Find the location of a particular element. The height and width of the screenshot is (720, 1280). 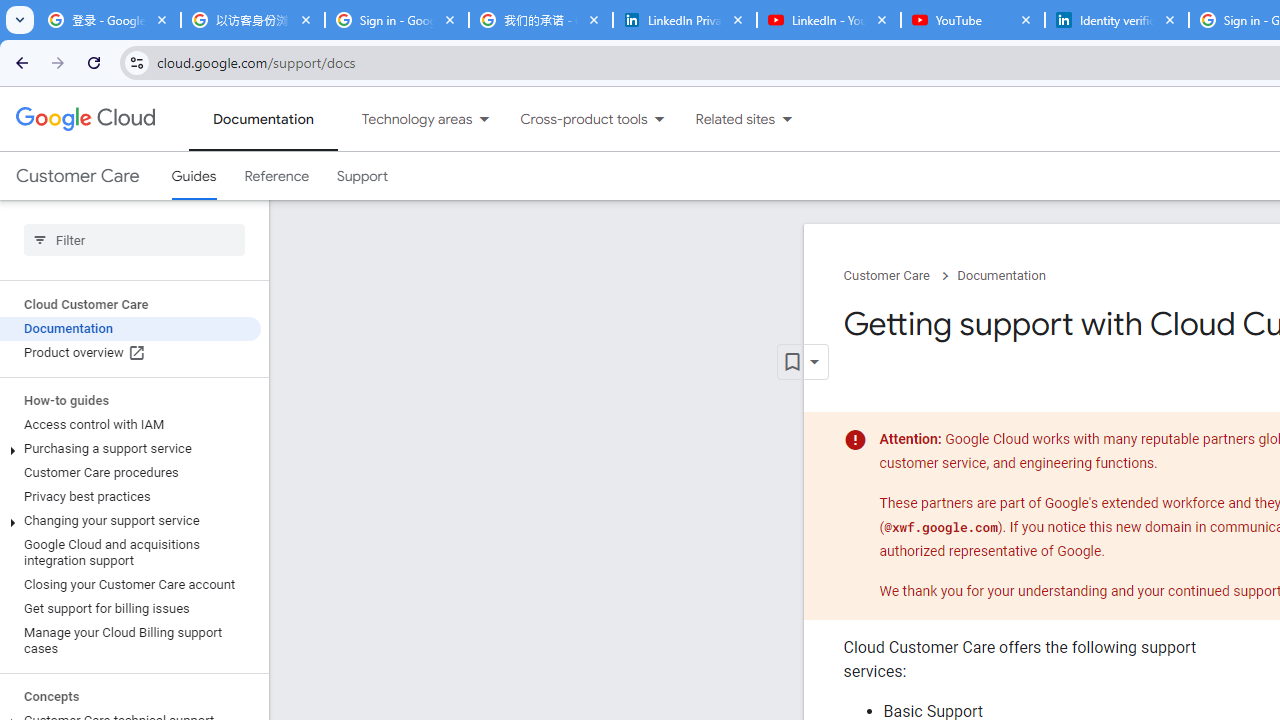

'Dropdown menu for Technology areas' is located at coordinates (484, 119).